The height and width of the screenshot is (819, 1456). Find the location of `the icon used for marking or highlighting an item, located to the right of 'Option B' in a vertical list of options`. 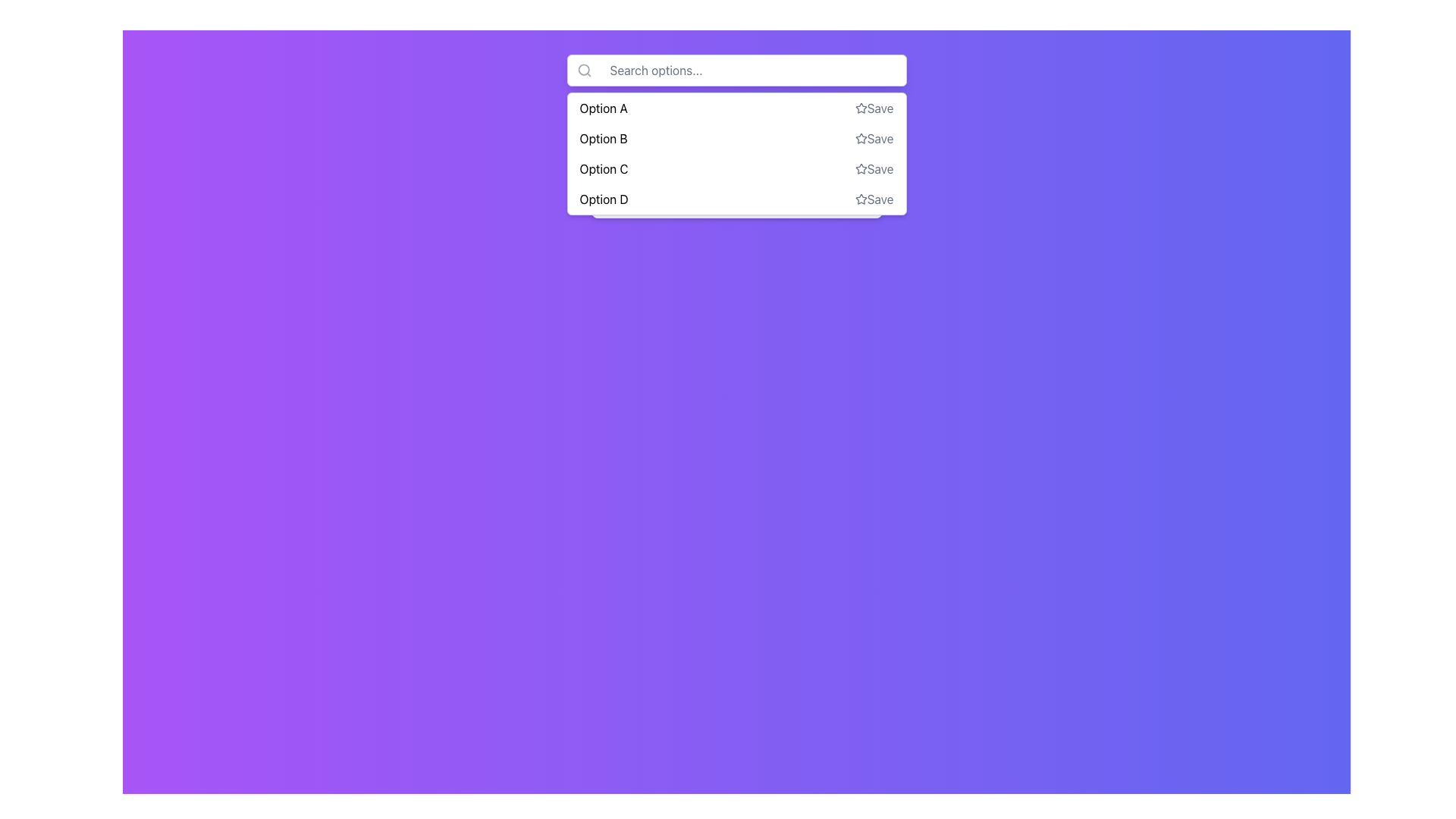

the icon used for marking or highlighting an item, located to the right of 'Option B' in a vertical list of options is located at coordinates (861, 138).